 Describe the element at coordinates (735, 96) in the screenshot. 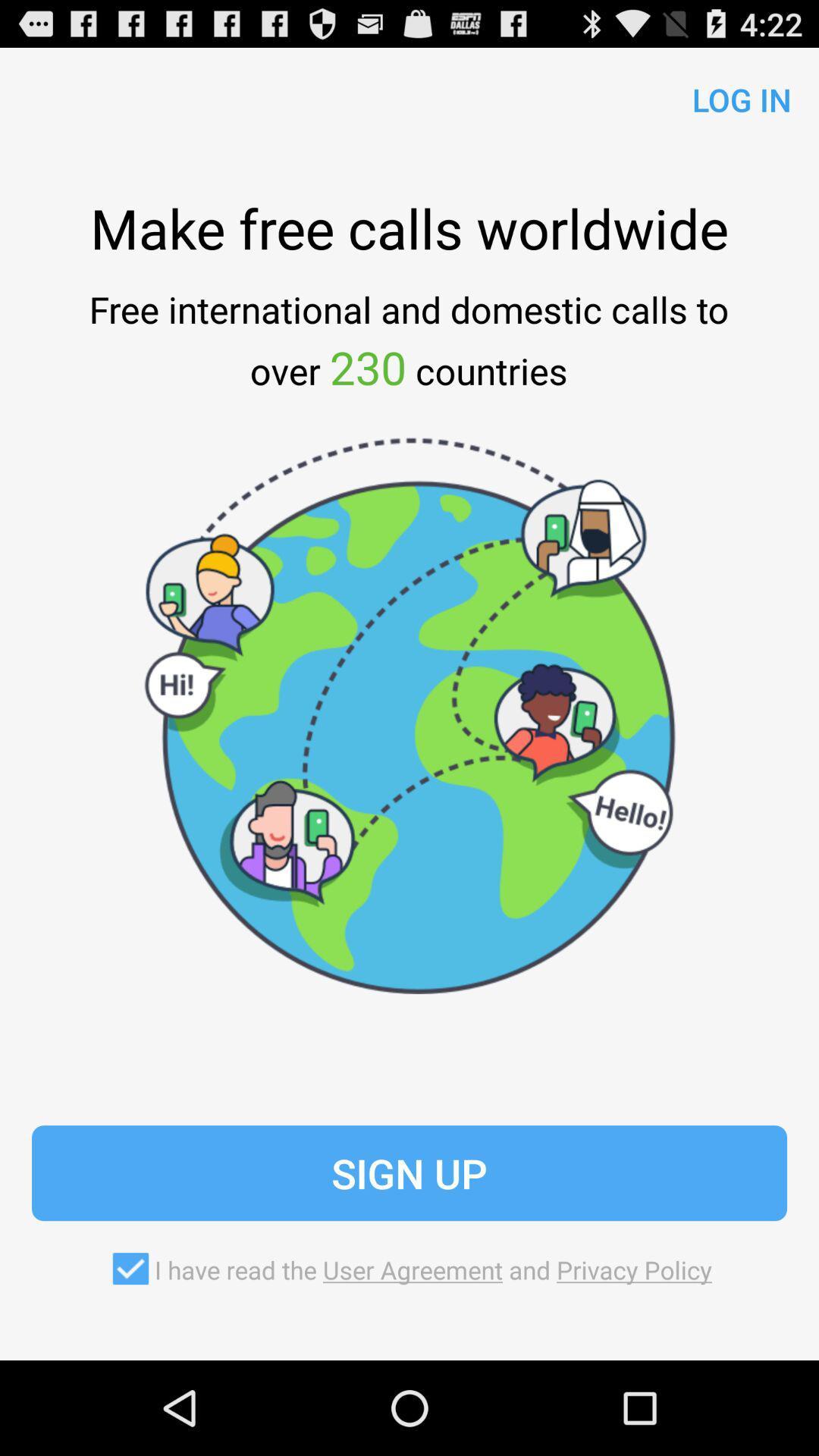

I see `the log in icon` at that location.